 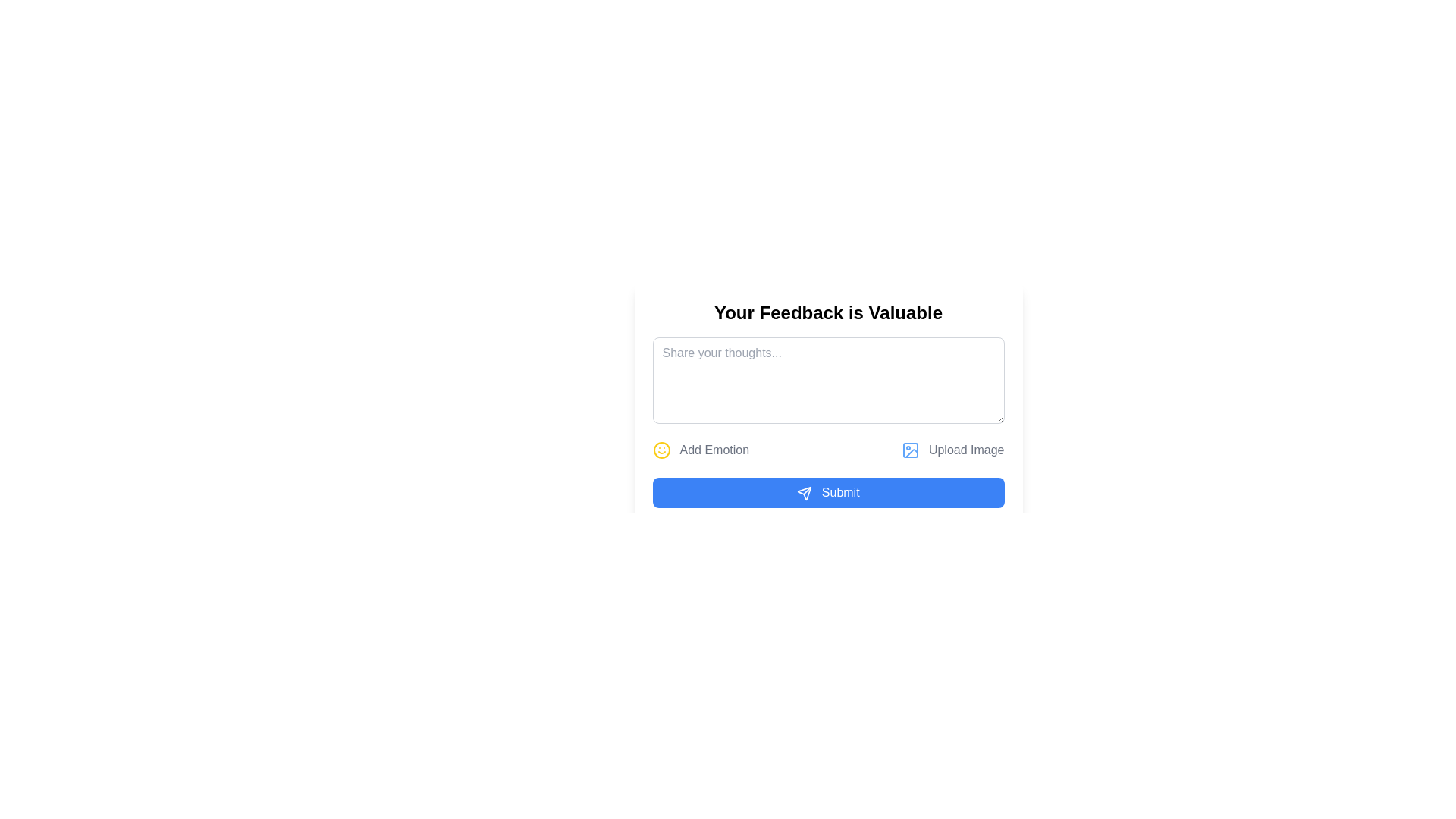 What do you see at coordinates (700, 450) in the screenshot?
I see `the 'Add Emotion' button with a yellow smiley face icon` at bounding box center [700, 450].